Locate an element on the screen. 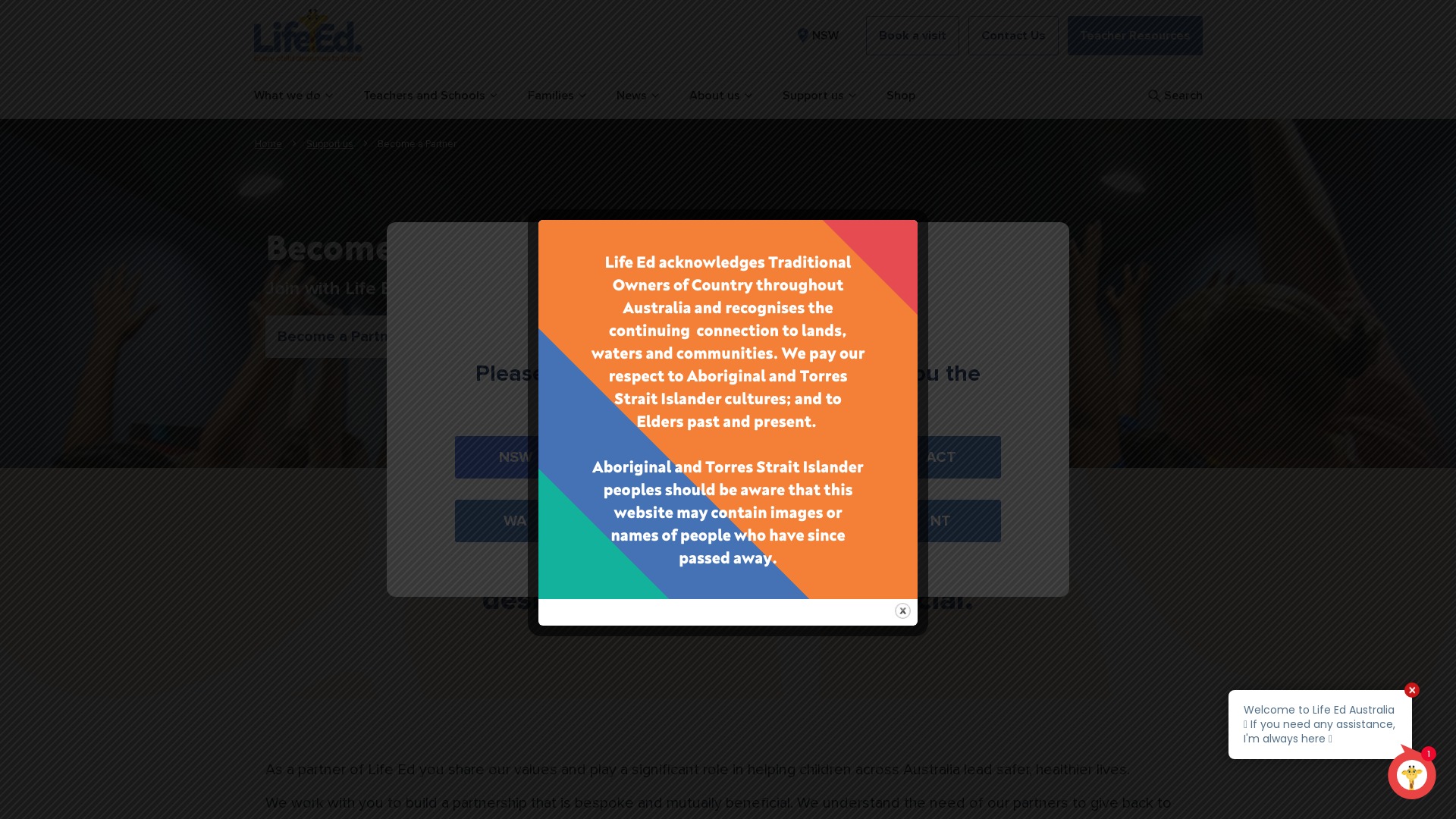 The height and width of the screenshot is (819, 1456). 'Support us' is located at coordinates (818, 96).